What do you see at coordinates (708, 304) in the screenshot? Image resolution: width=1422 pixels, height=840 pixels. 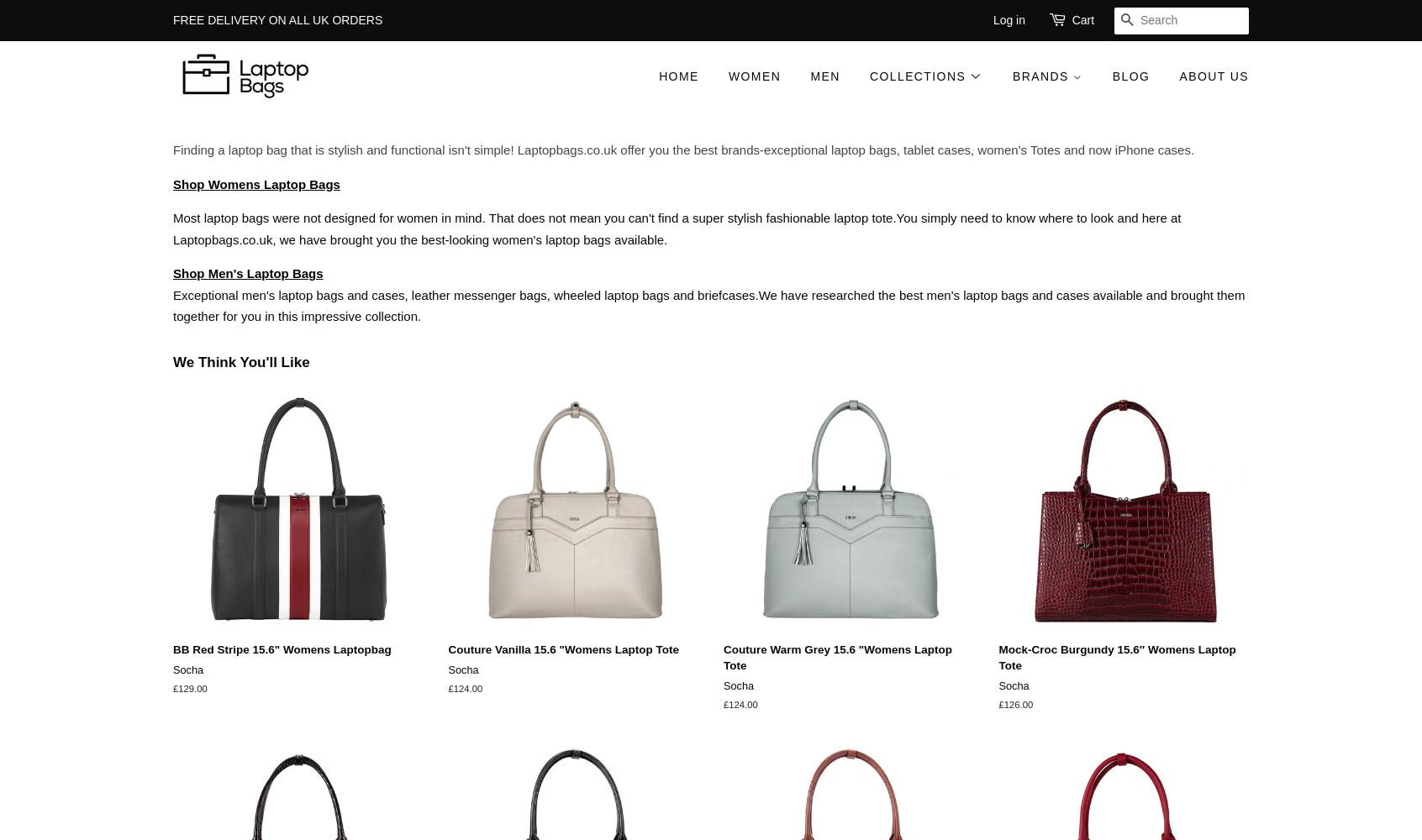 I see `'Exceptional men's laptop bags and cases, leather messenger bags, wheeled laptop bags and briefcases.We have researched the best men's laptop bags and cases available and brought them together for you in this impressive collection.'` at bounding box center [708, 304].